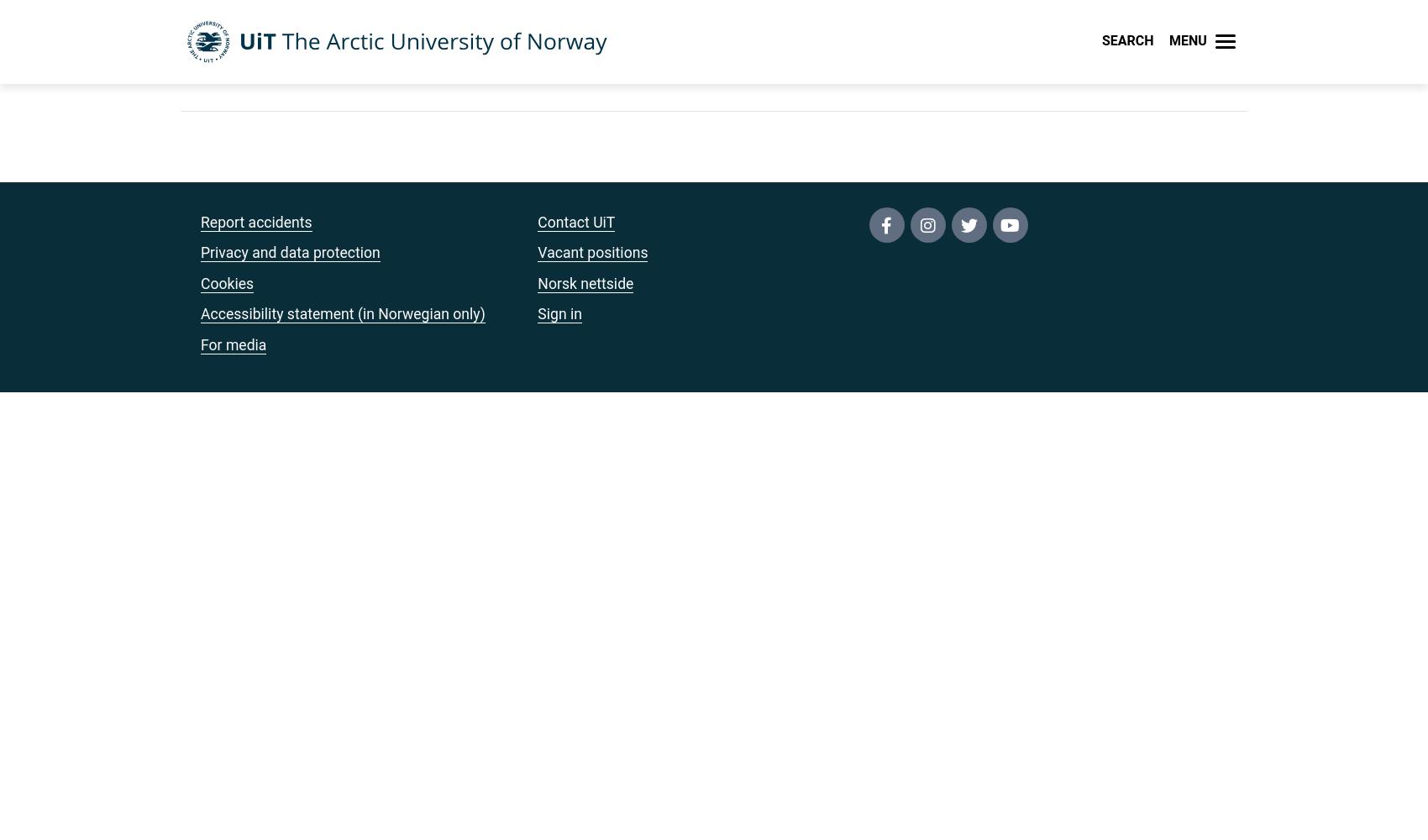 This screenshot has height=840, width=1428. Describe the element at coordinates (651, 409) in the screenshot. I see `'Assignment templates'` at that location.